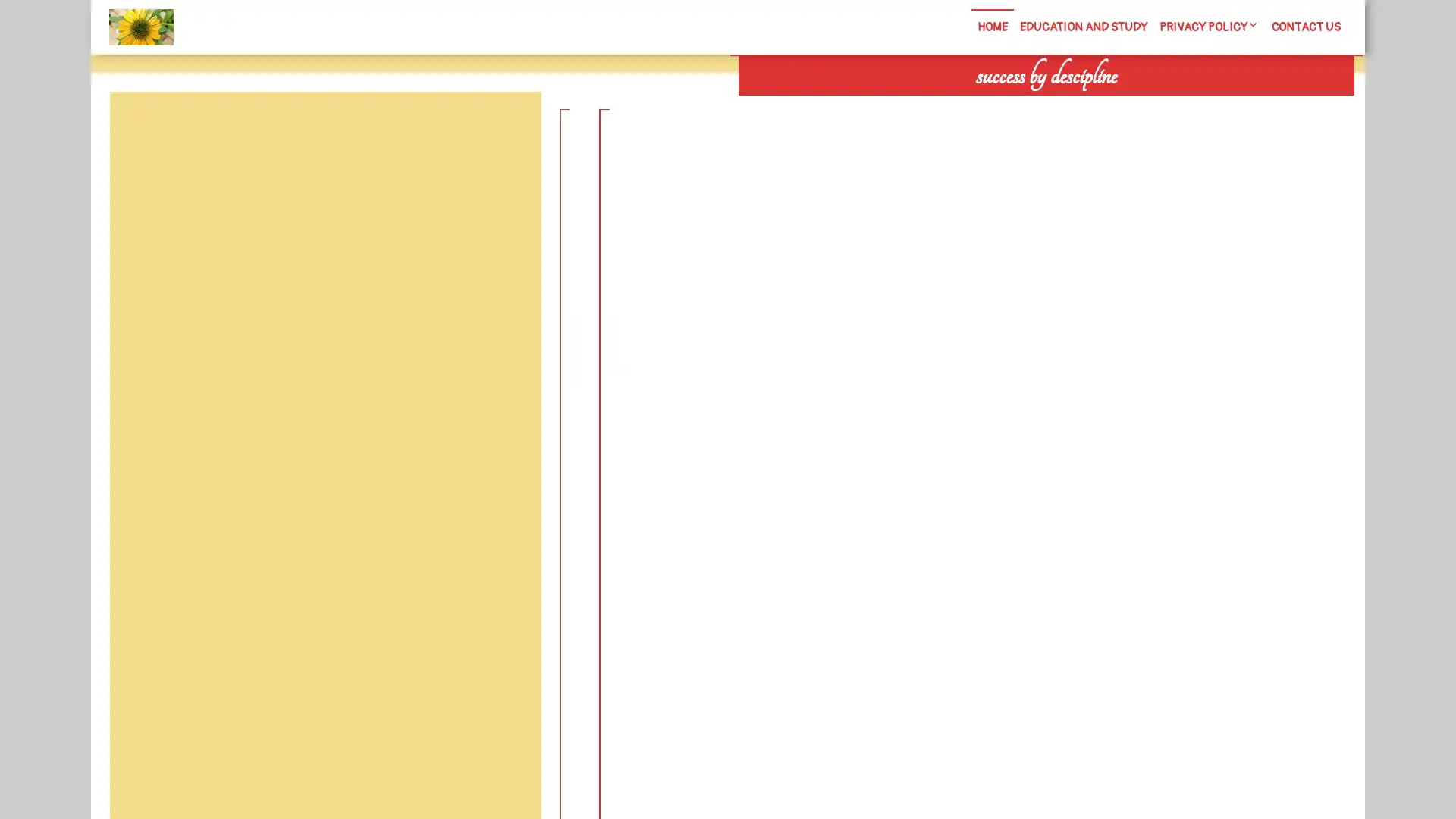 This screenshot has height=819, width=1456. I want to click on Search, so click(1181, 106).